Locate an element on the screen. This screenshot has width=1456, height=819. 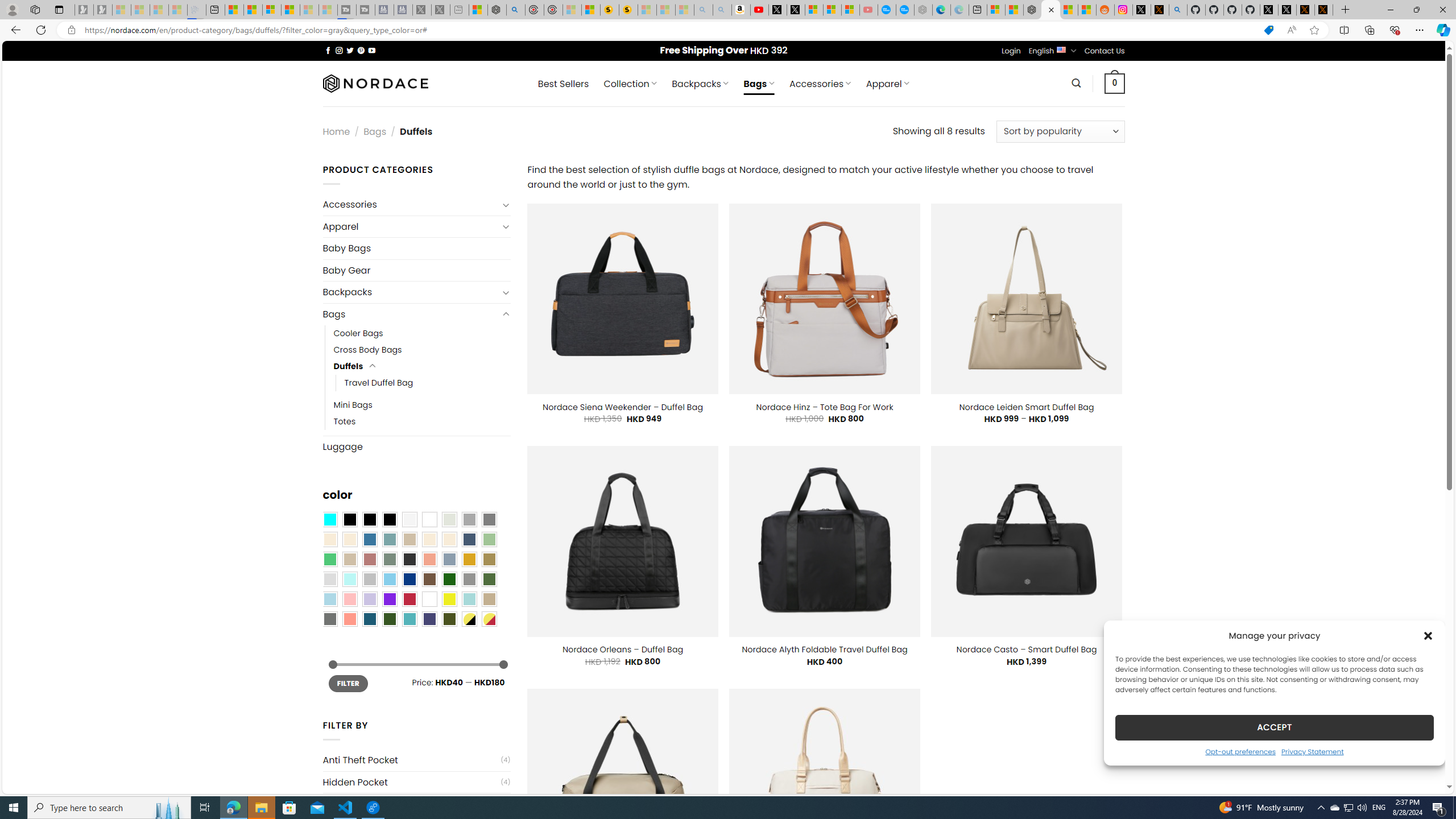
'Light Green' is located at coordinates (489, 539).